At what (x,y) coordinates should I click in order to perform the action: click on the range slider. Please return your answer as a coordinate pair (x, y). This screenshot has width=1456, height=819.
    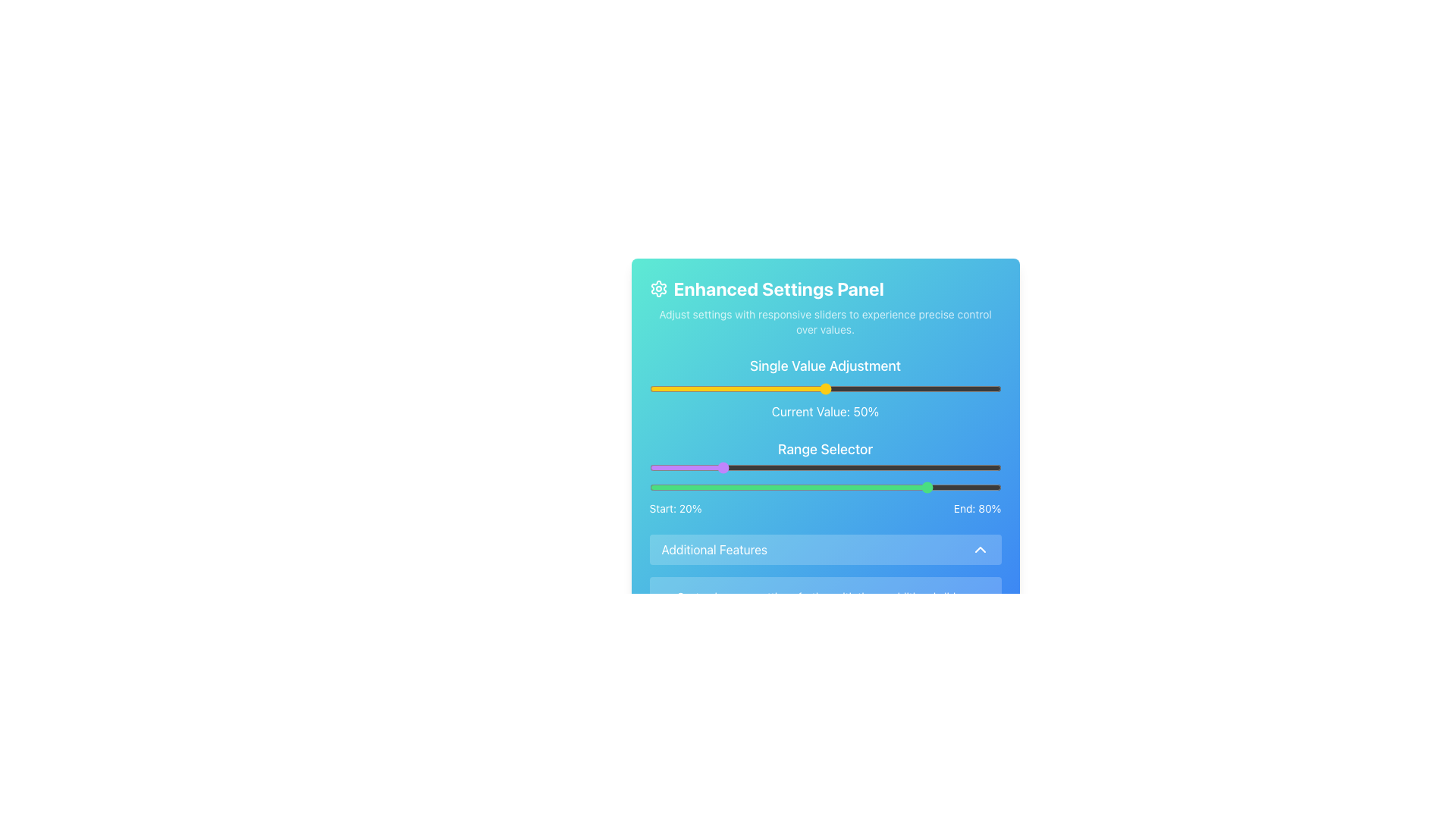
    Looking at the image, I should click on (888, 467).